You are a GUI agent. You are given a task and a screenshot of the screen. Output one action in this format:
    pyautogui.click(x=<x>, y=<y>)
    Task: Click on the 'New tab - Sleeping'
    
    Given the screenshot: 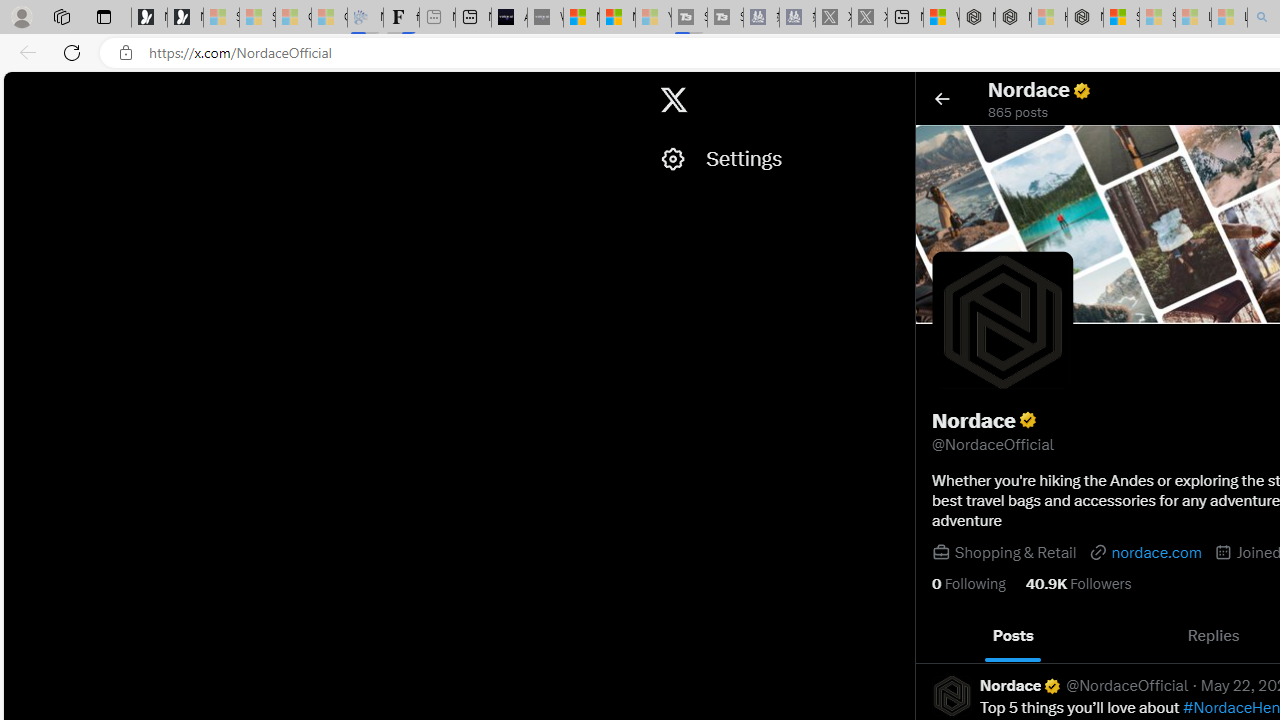 What is the action you would take?
    pyautogui.click(x=436, y=17)
    